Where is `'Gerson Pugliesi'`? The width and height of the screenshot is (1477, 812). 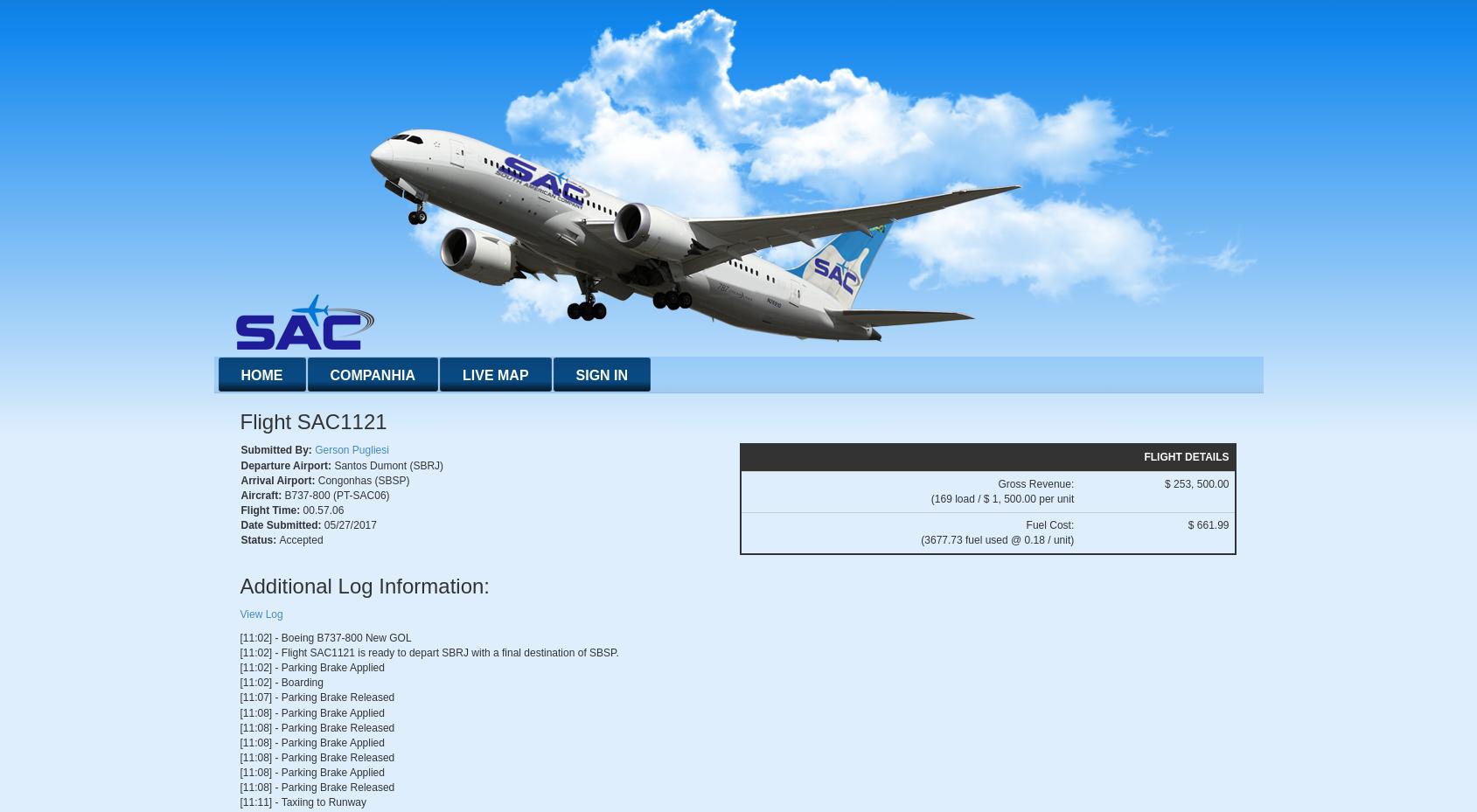
'Gerson Pugliesi' is located at coordinates (350, 450).